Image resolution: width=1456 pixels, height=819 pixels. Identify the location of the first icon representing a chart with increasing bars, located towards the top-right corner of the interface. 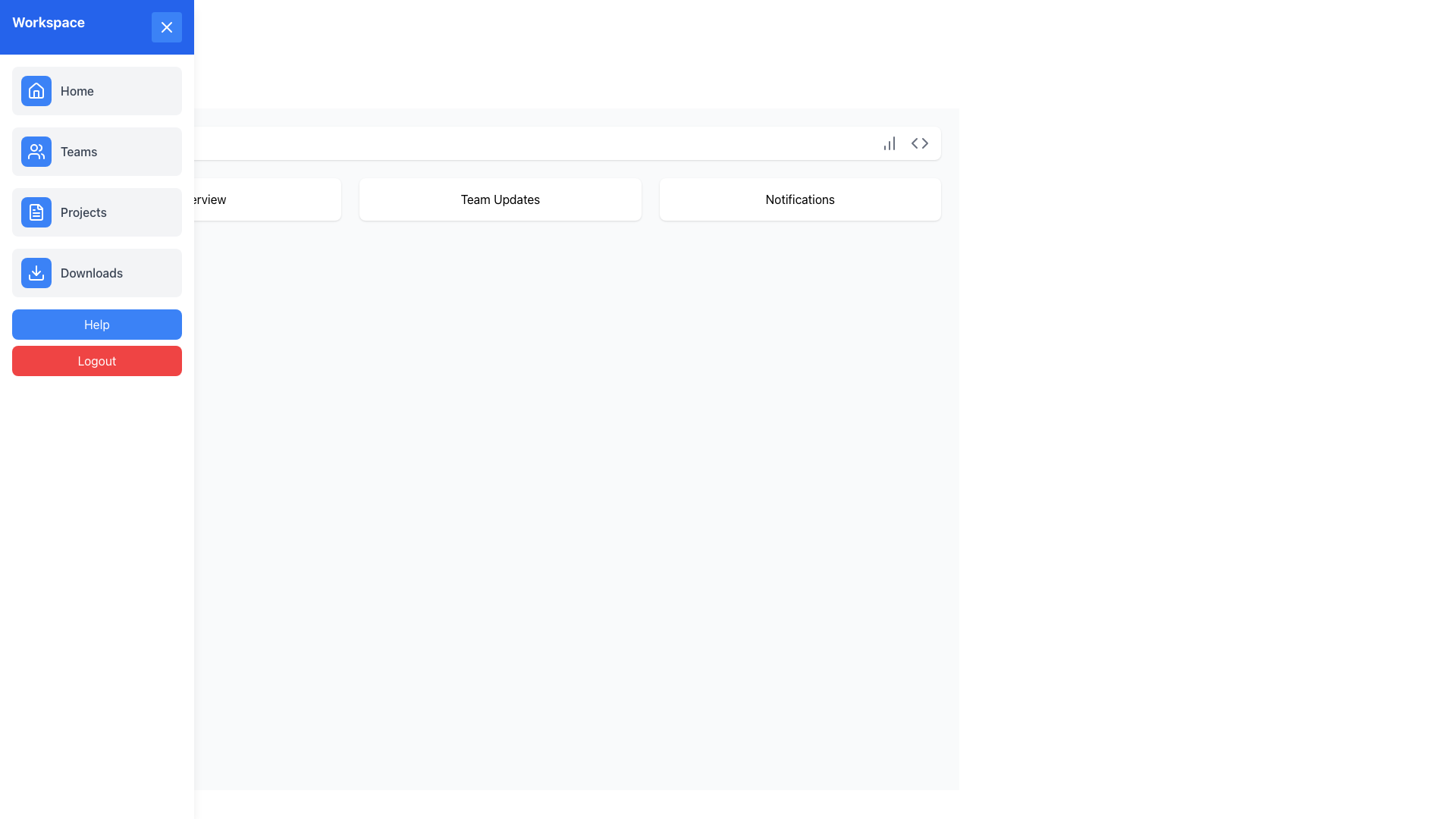
(889, 143).